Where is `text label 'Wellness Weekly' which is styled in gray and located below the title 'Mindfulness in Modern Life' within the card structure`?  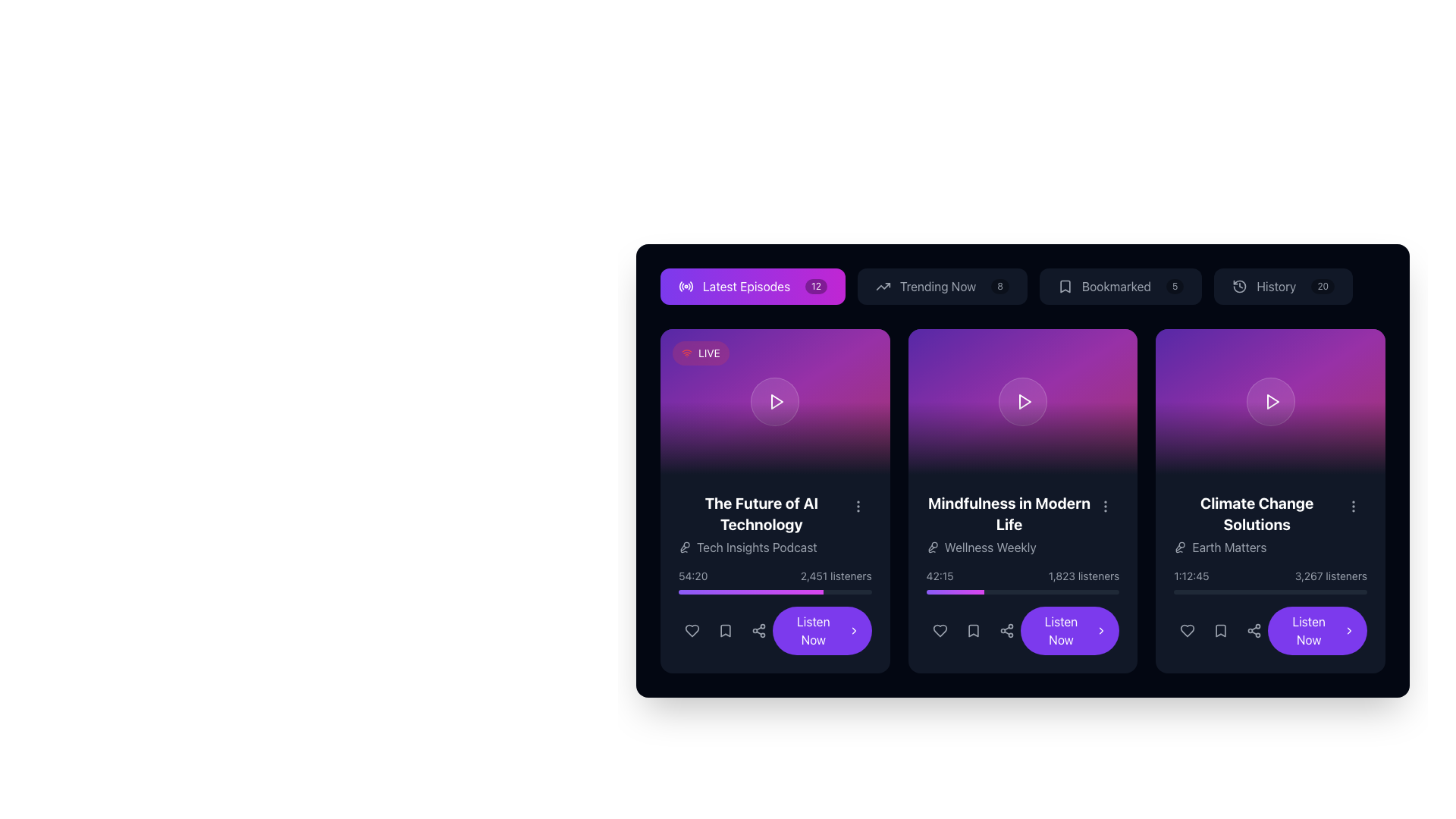
text label 'Wellness Weekly' which is styled in gray and located below the title 'Mindfulness in Modern Life' within the card structure is located at coordinates (1009, 547).